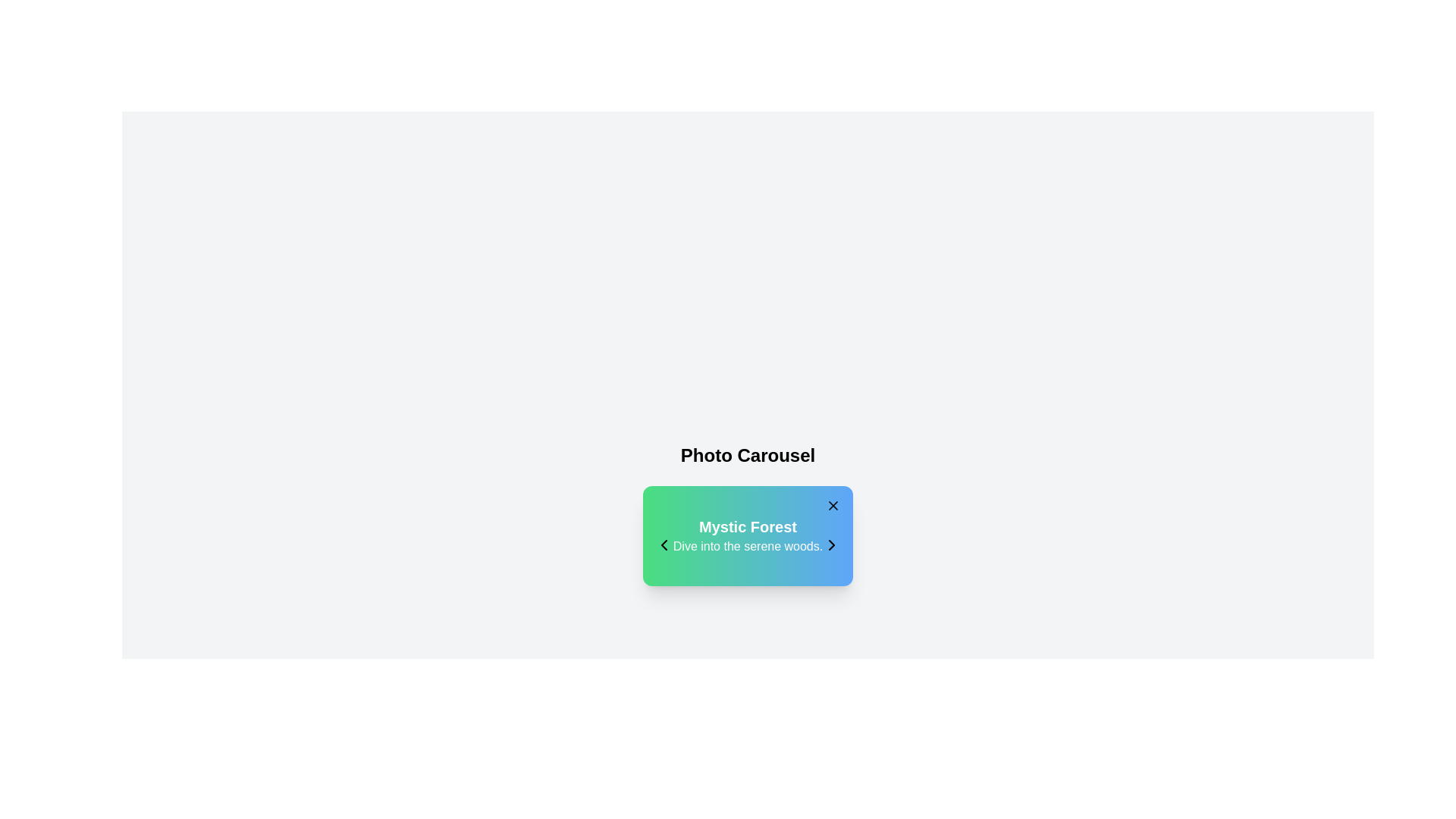 Image resolution: width=1456 pixels, height=819 pixels. What do you see at coordinates (664, 544) in the screenshot?
I see `the chevron icon located within the green-blue gradient dialog box near the bottom center of the interface, positioned to the far left inside the box, near the text 'Mystic Forest'` at bounding box center [664, 544].